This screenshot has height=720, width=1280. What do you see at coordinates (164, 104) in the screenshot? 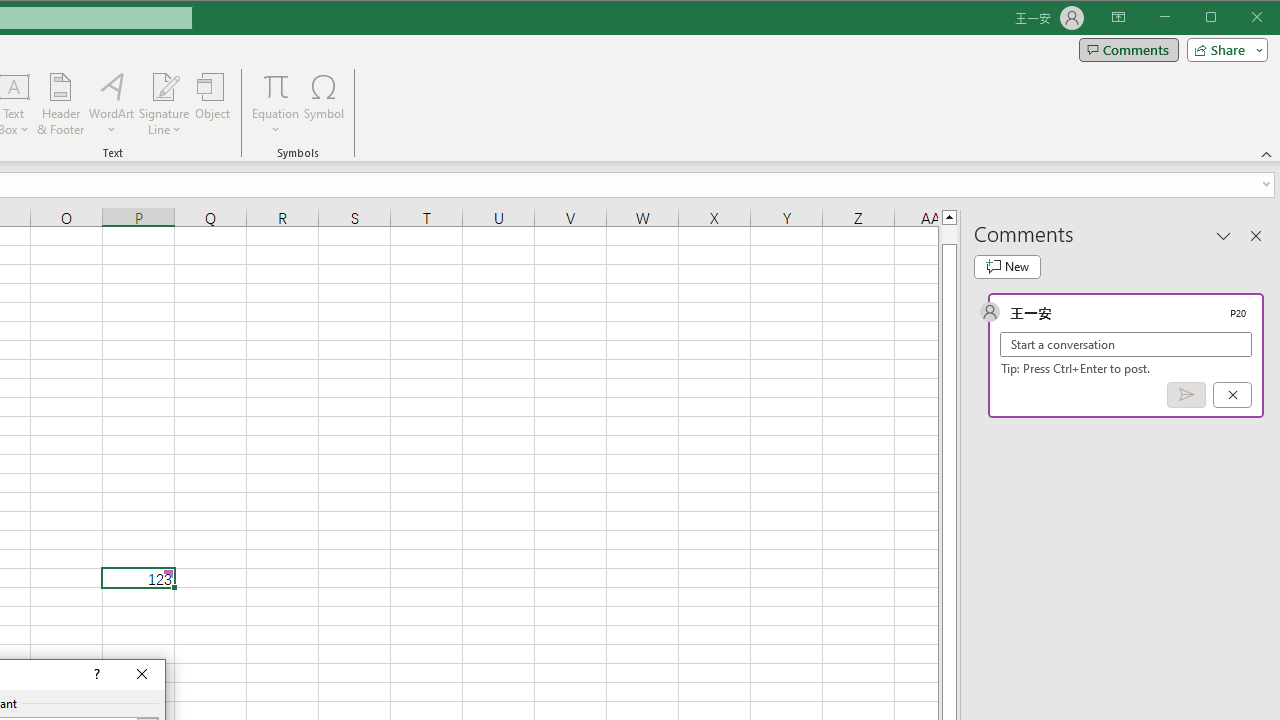
I see `'Signature Line'` at bounding box center [164, 104].